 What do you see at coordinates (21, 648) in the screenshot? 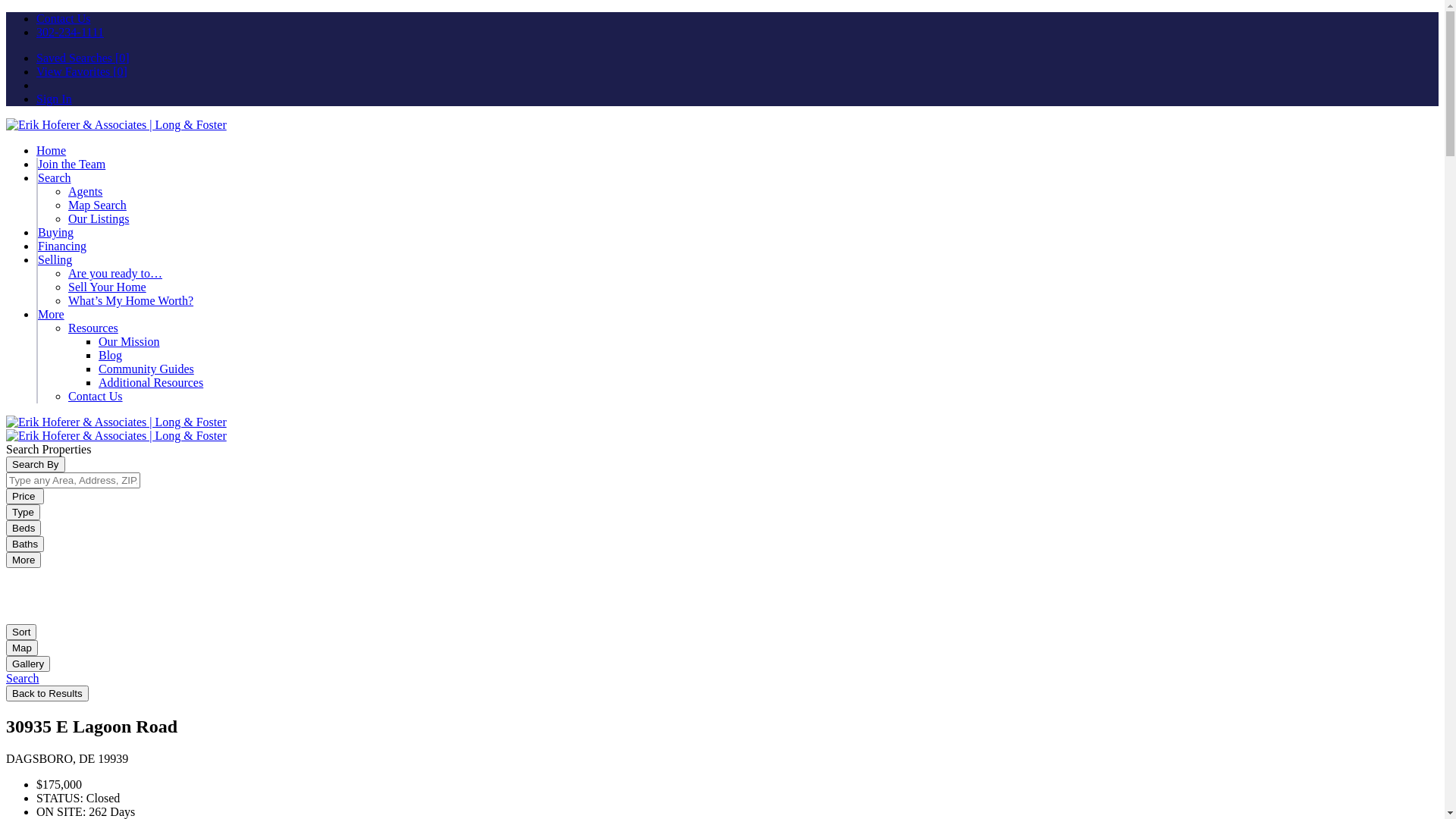
I see `'Map'` at bounding box center [21, 648].